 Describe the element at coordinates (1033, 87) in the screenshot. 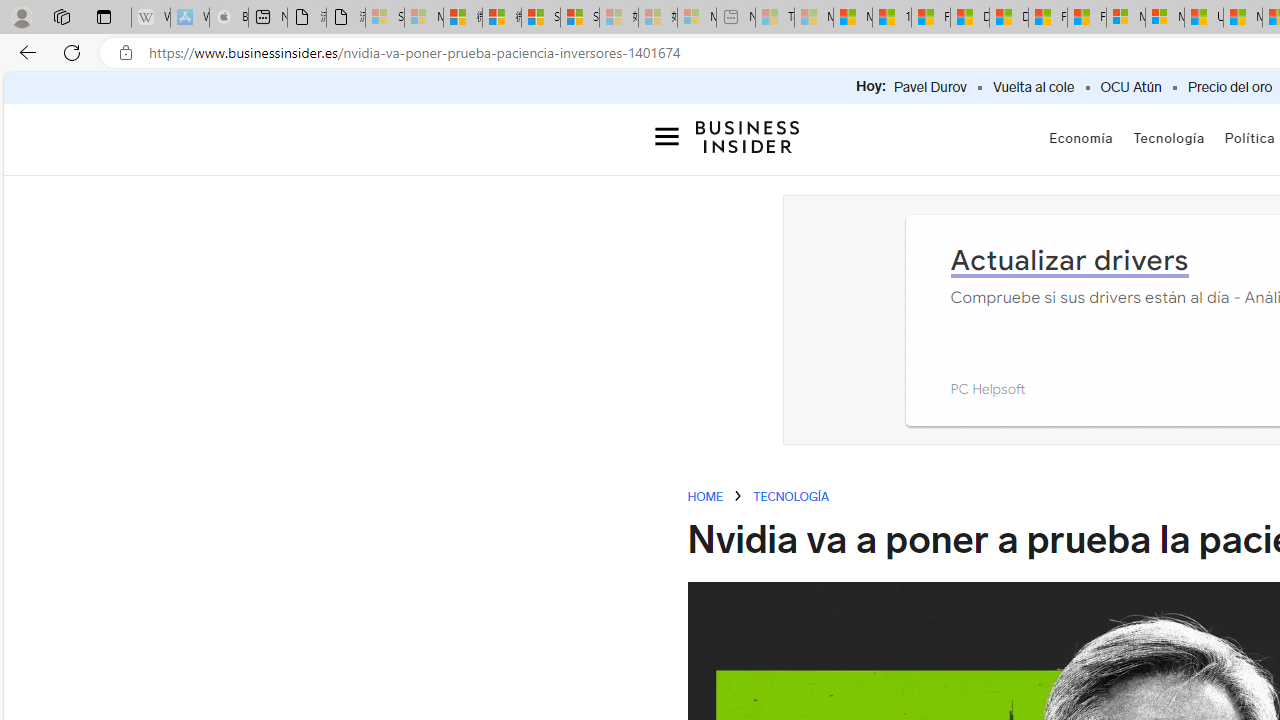

I see `'Vuelta al cole'` at that location.